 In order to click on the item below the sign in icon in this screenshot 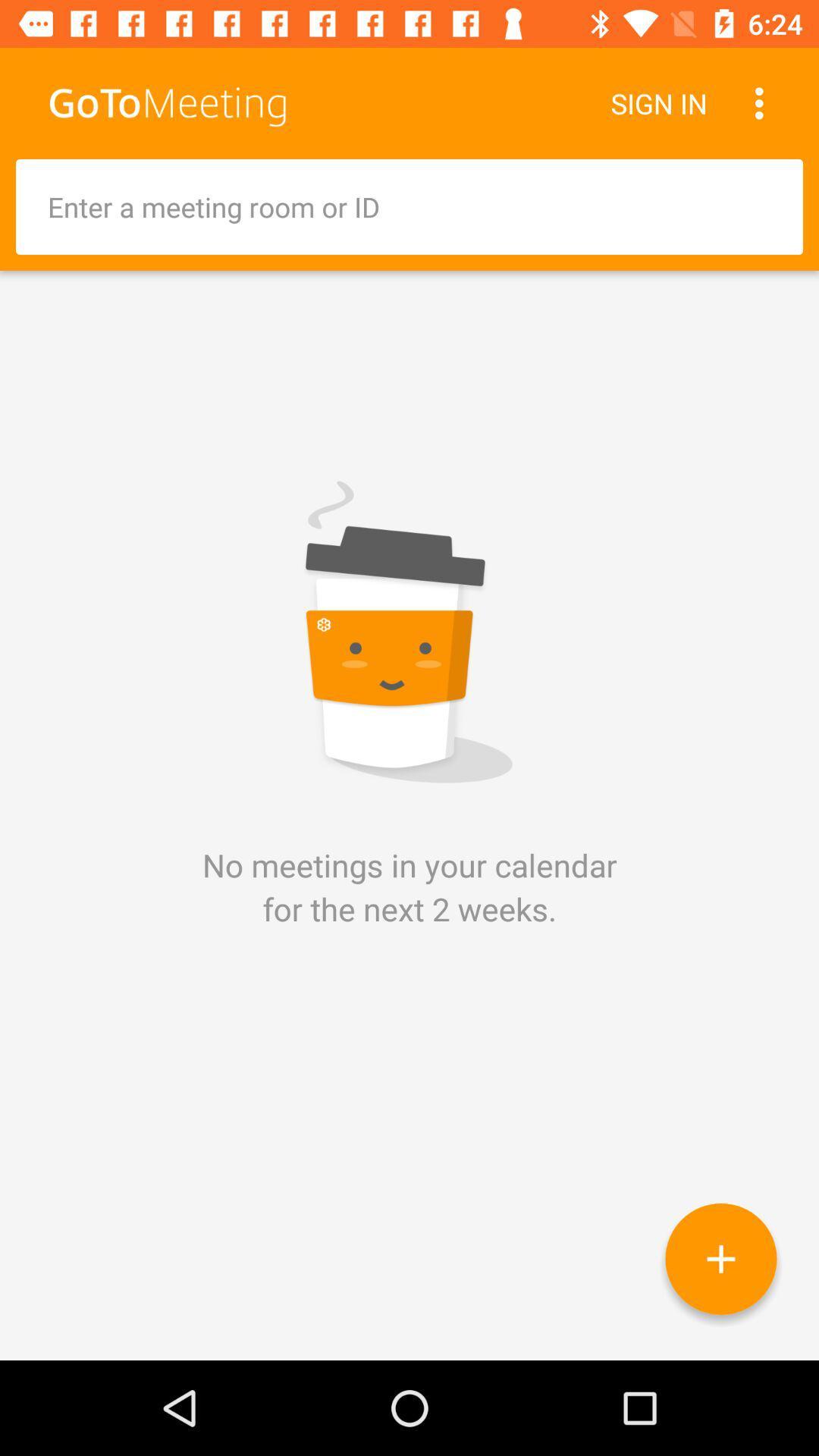, I will do `click(409, 206)`.